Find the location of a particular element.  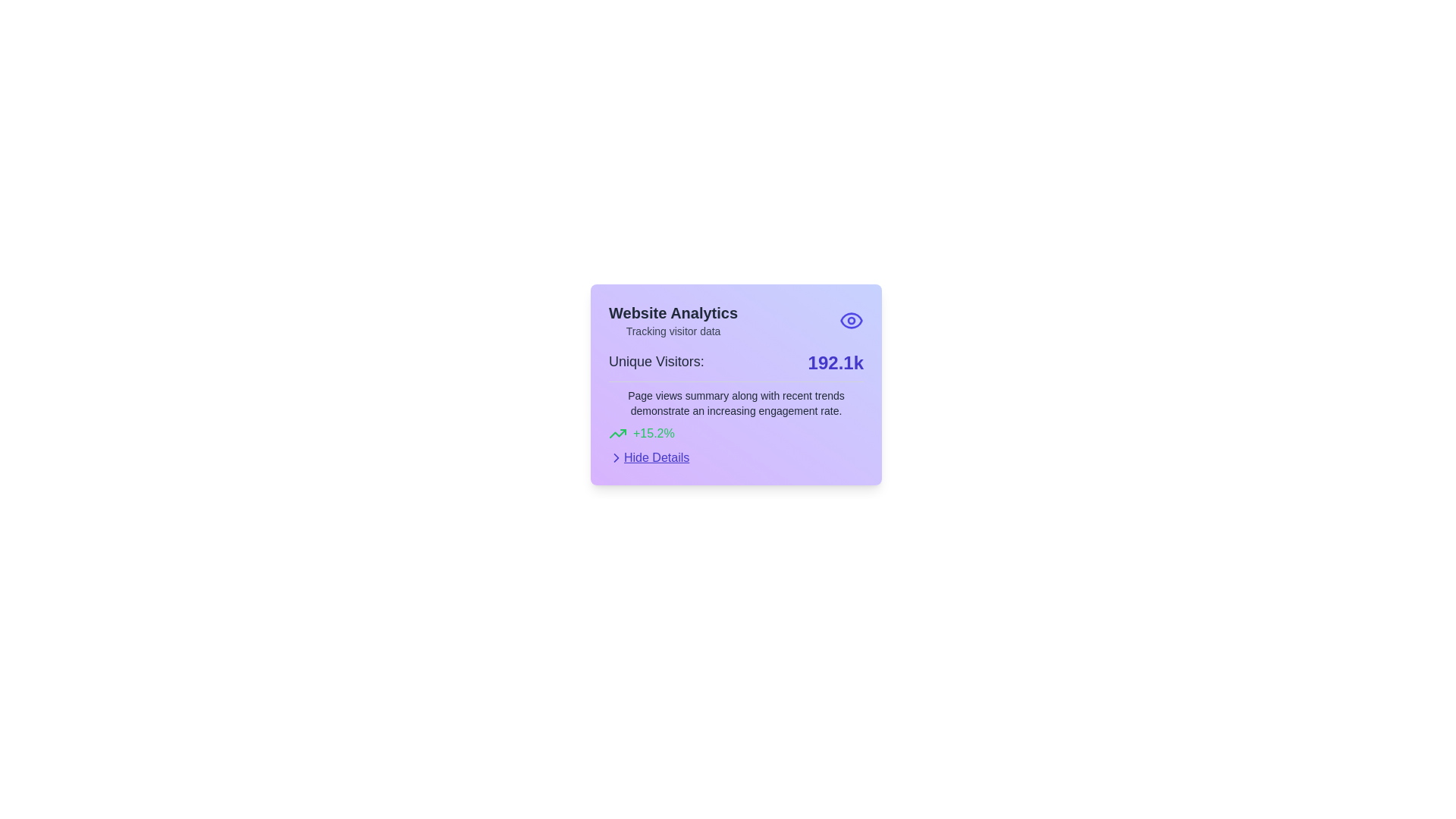

the static text displaying 'Page views summary along with recent trends demonstrate an increasing engagement rate.' which is located between the title 'Unique Visitors: 192.1k' and the percentage '+15.2%' with a green arrow icon next to it is located at coordinates (736, 403).